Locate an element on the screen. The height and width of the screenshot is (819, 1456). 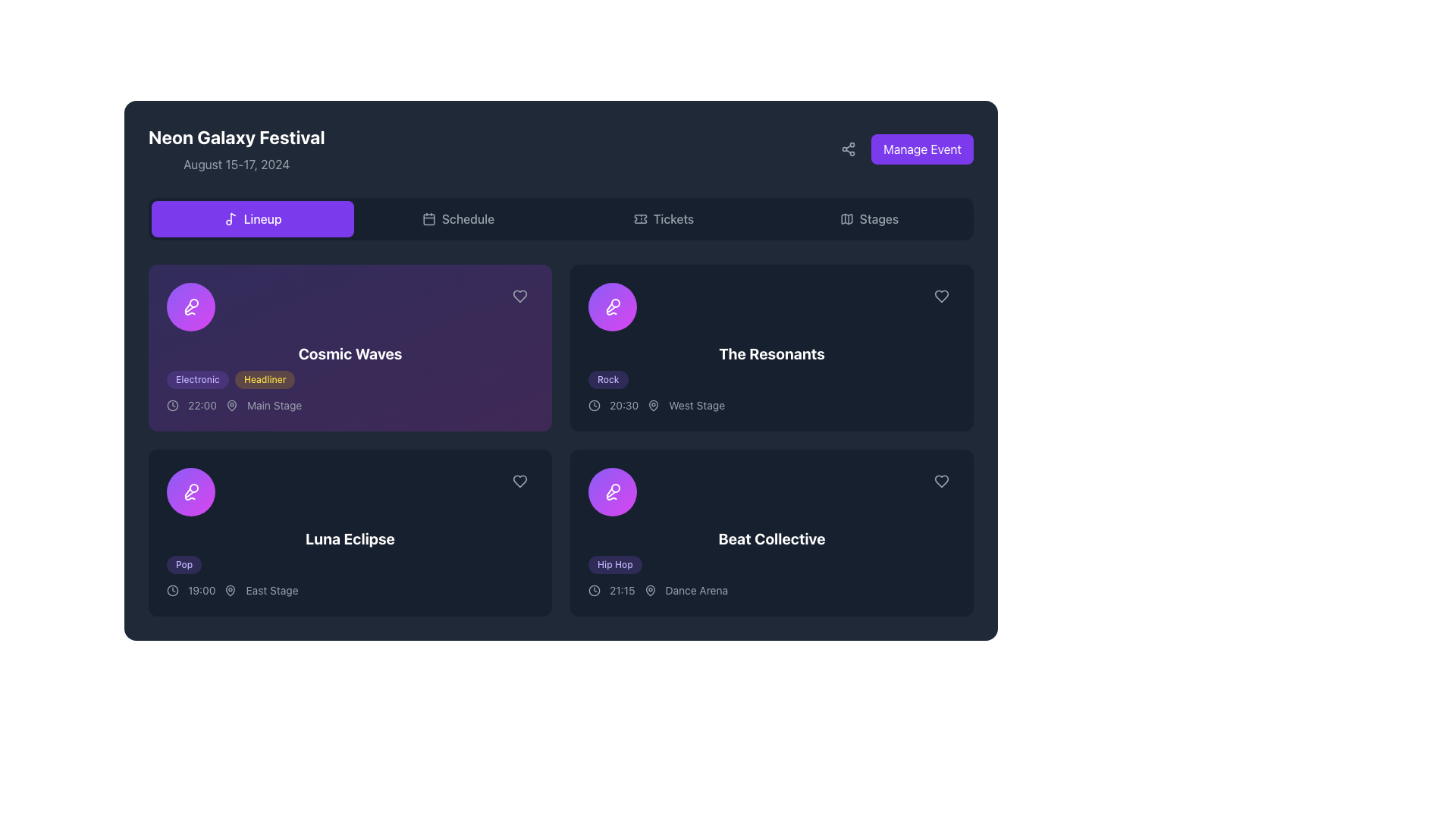
the circular clock face icon graphic located in the bottom left corner of the 'Luna Eclipse' event section is located at coordinates (172, 590).